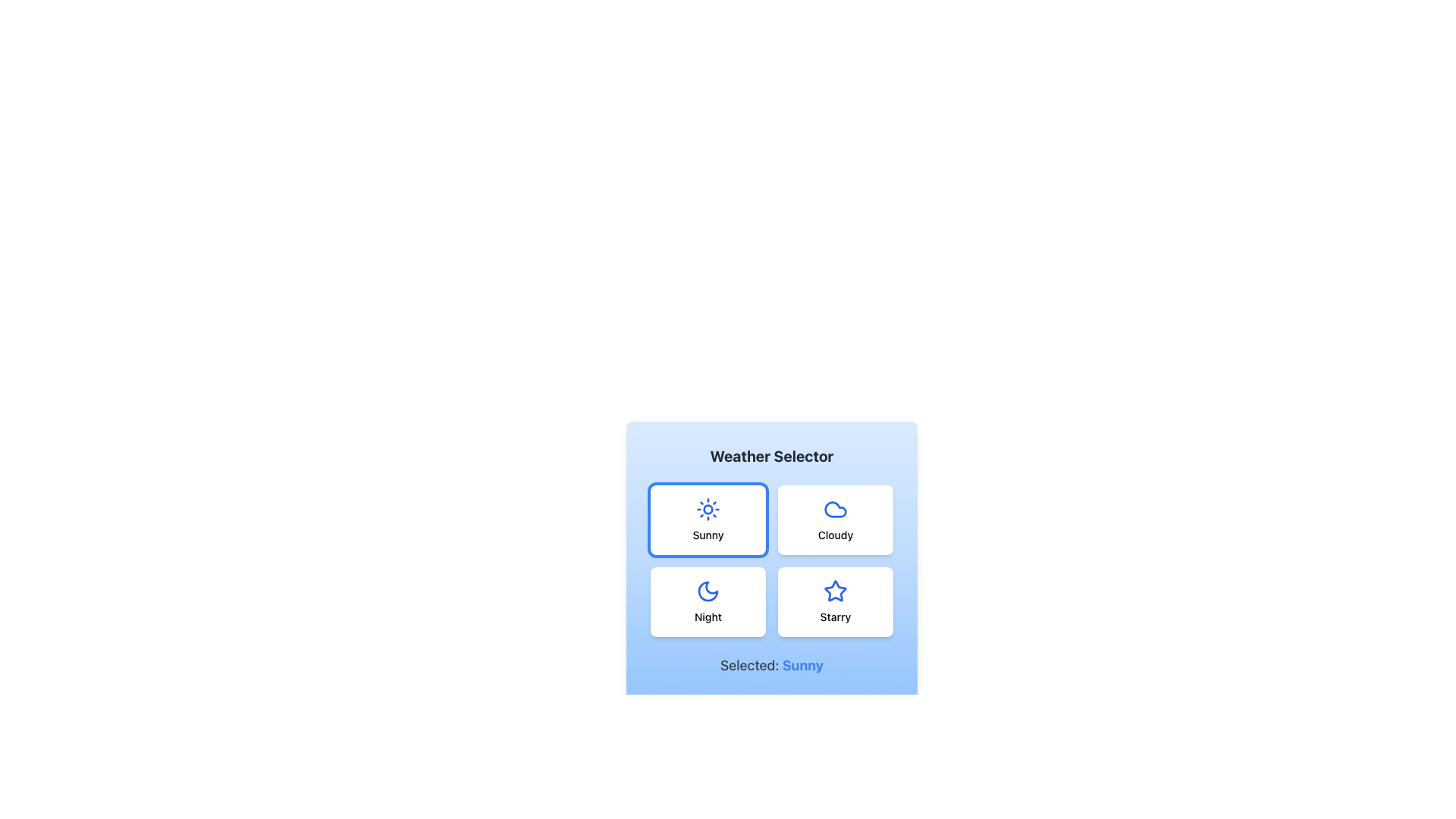 The image size is (1456, 819). Describe the element at coordinates (771, 665) in the screenshot. I see `the Static Text Label displaying 'Selected: Sunny' in bold blue font at the bottom center of the 'Weather Selector' card` at that location.